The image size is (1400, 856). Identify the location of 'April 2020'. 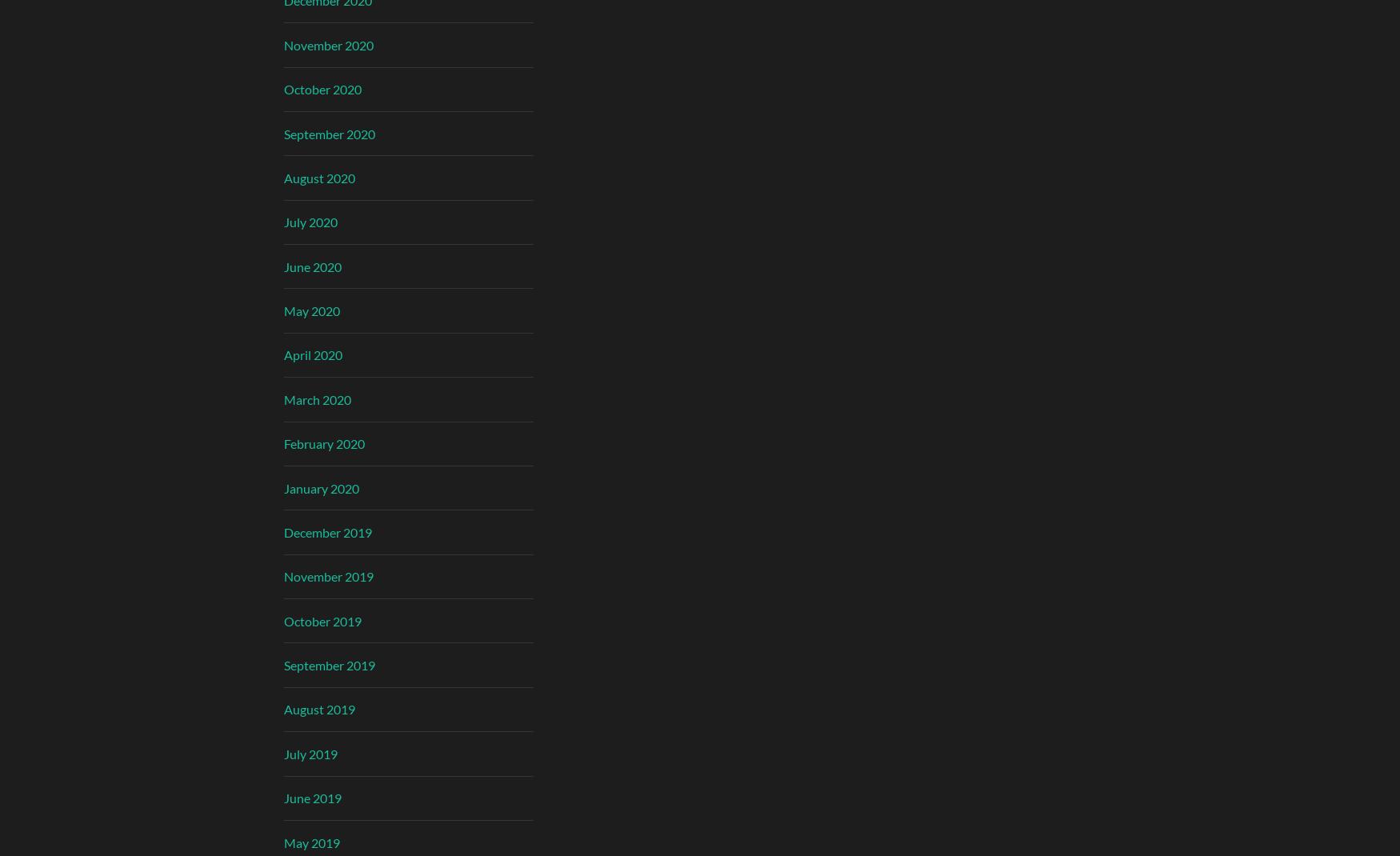
(284, 354).